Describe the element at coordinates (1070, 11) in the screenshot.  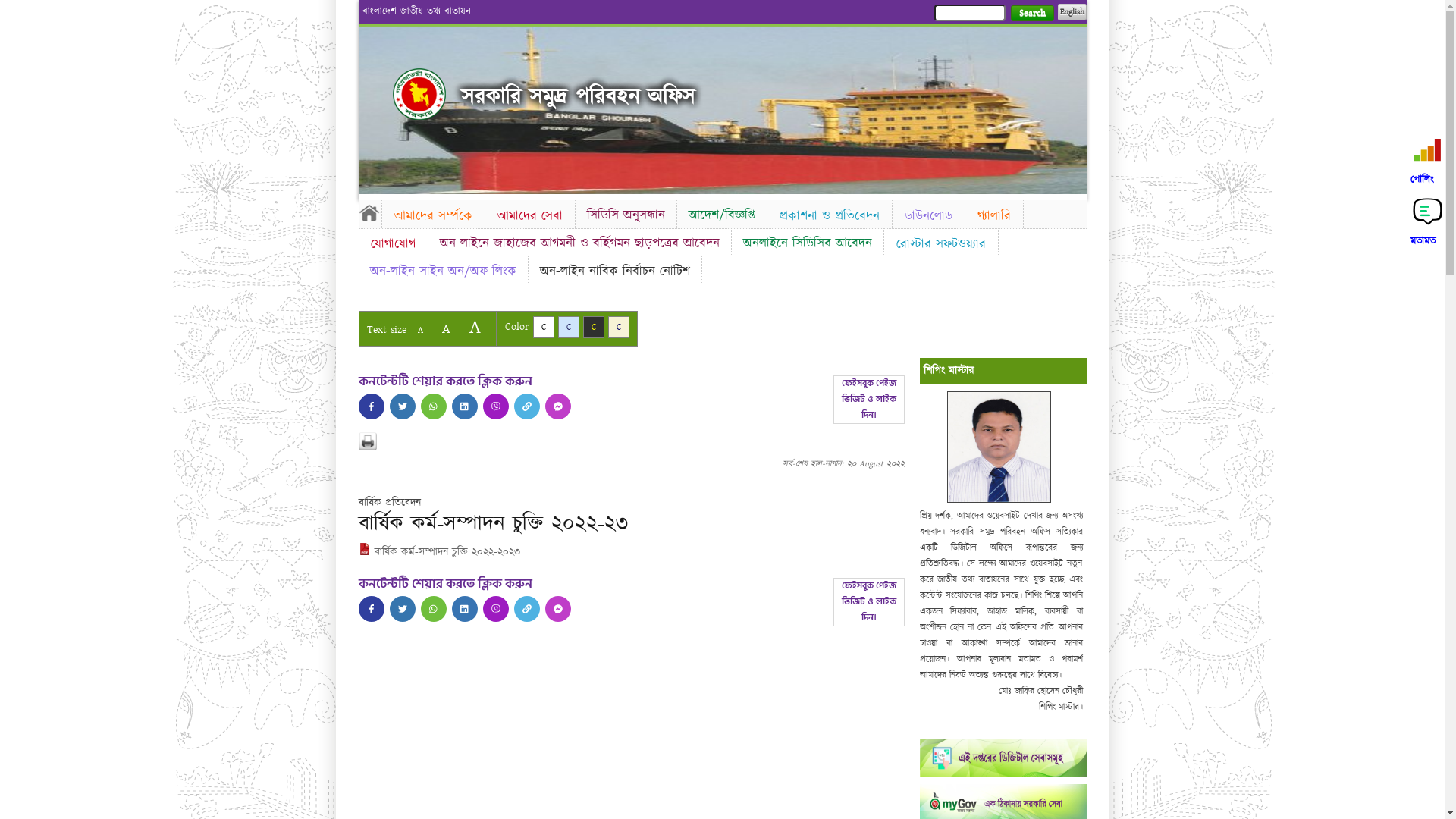
I see `'English'` at that location.